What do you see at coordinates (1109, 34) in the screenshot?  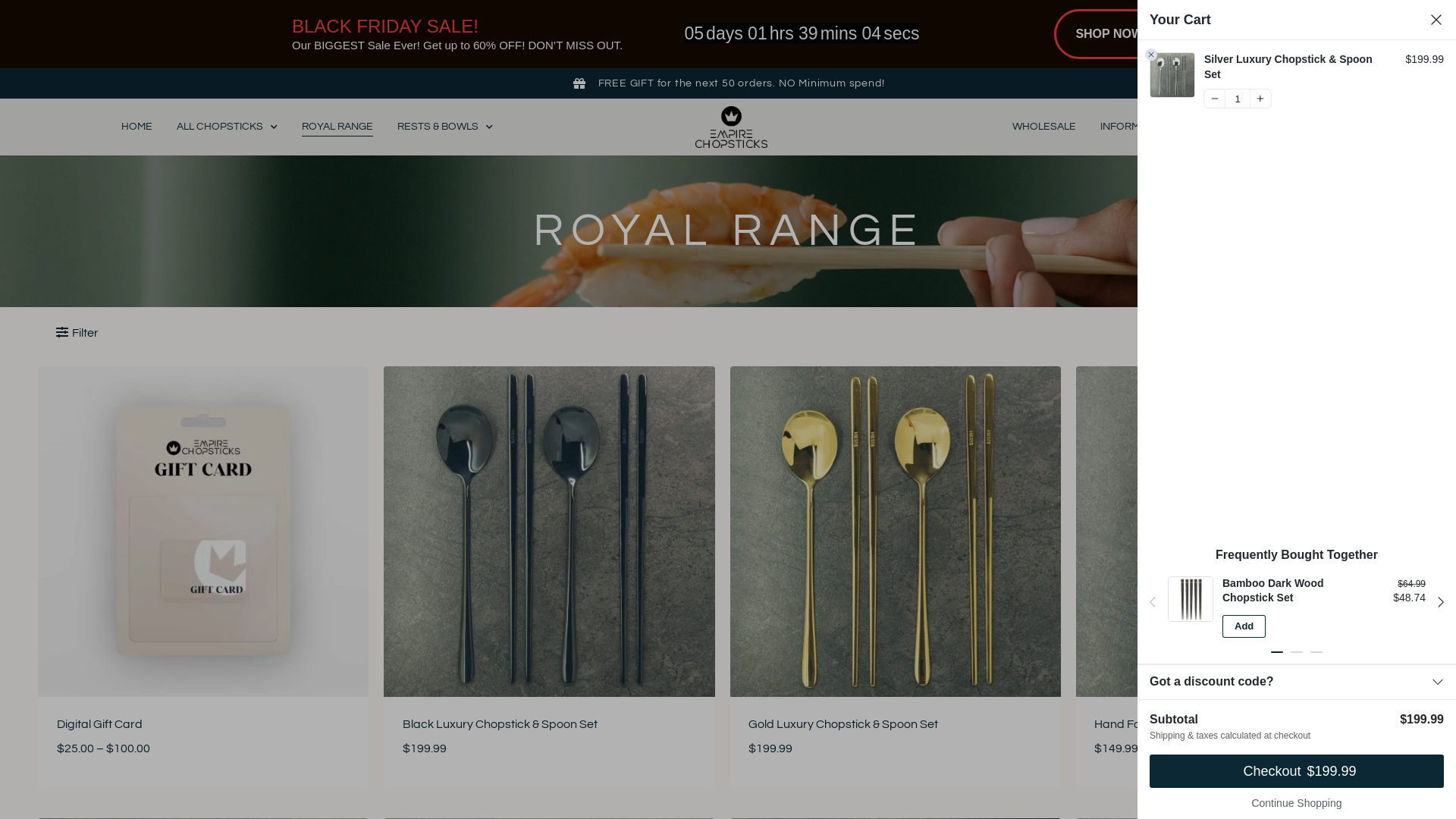 I see `'SHOP NOW'` at bounding box center [1109, 34].